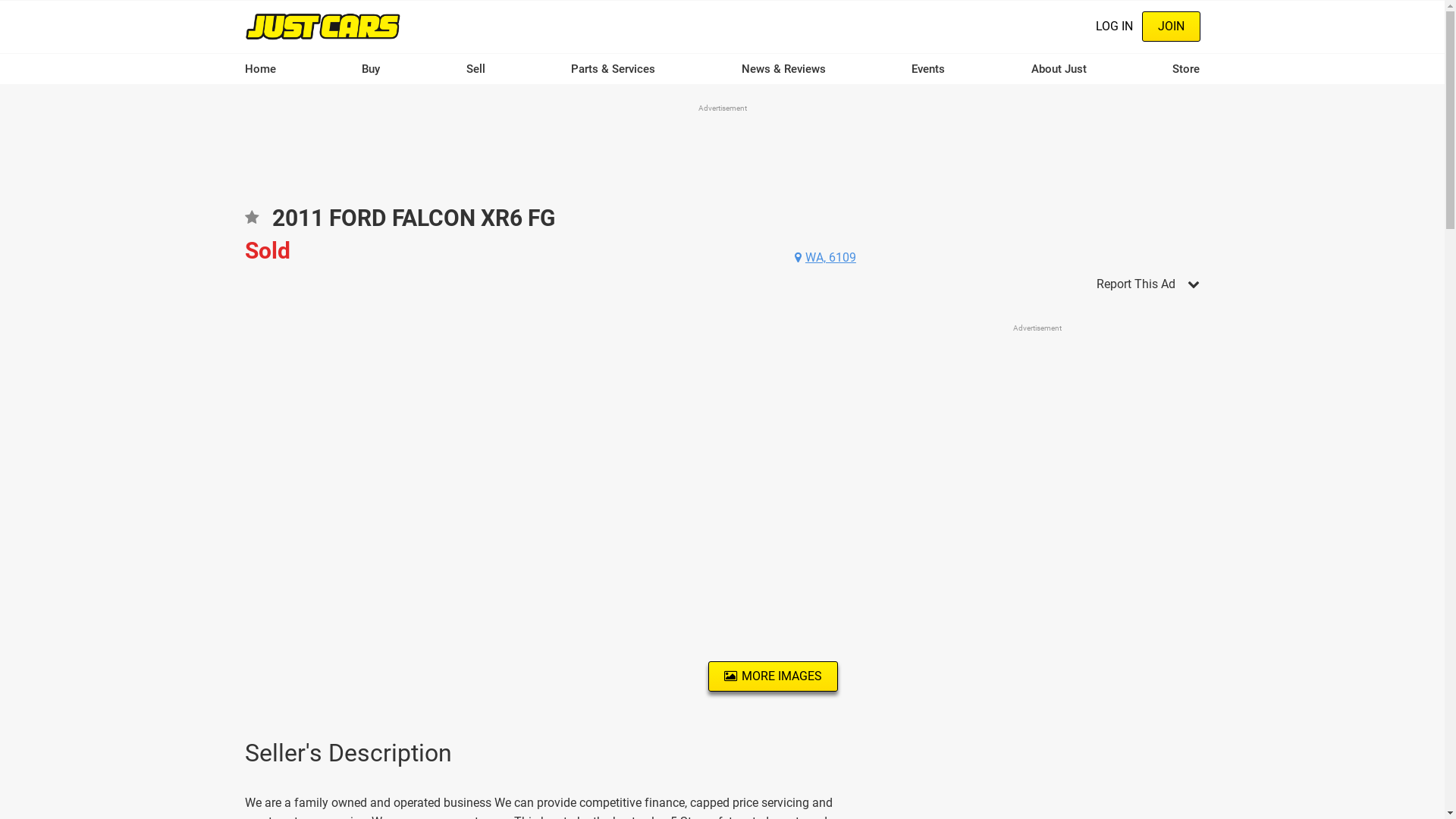  Describe the element at coordinates (321, 26) in the screenshot. I see `'Home'` at that location.